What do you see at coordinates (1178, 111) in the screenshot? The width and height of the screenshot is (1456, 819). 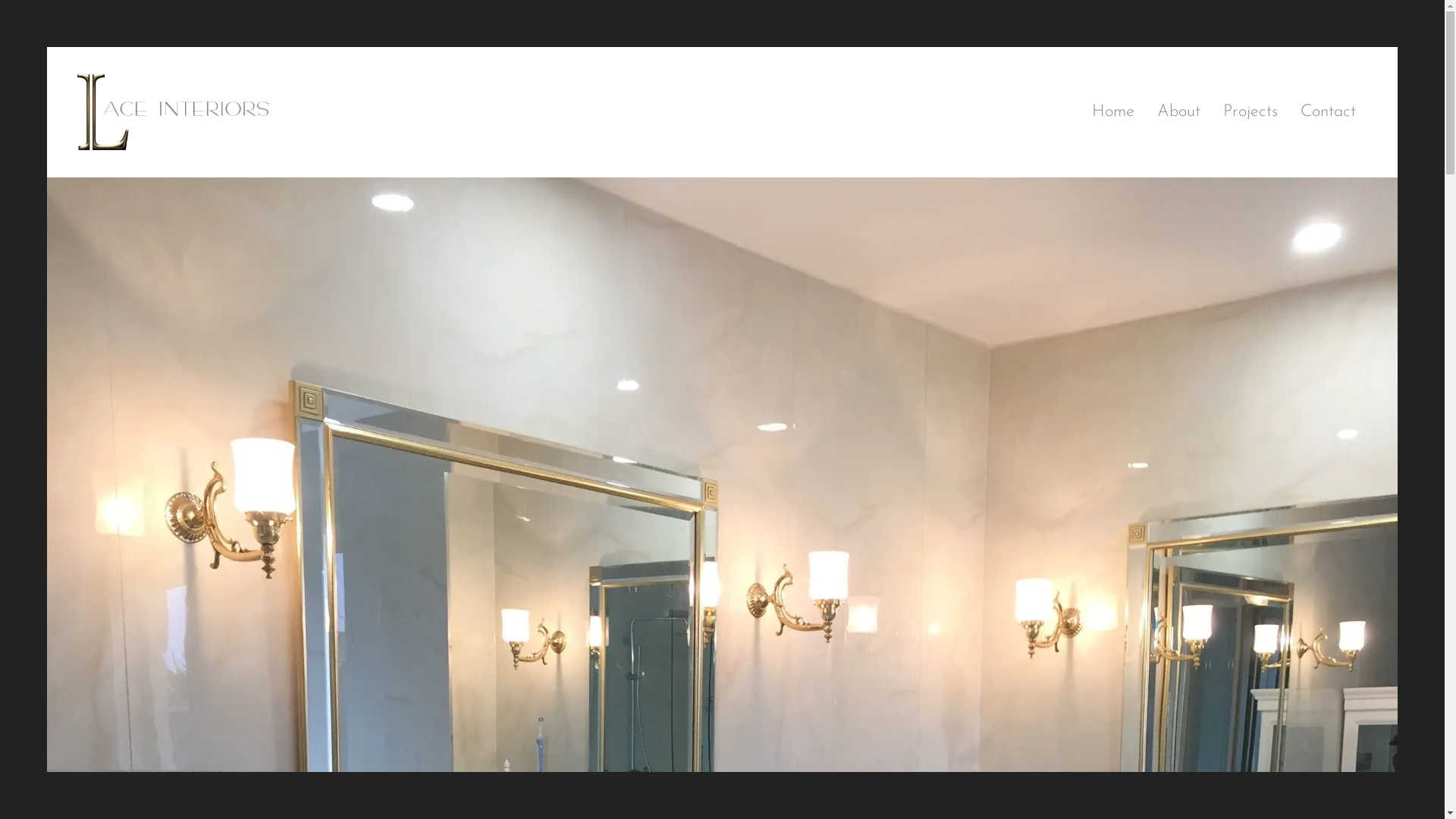 I see `'About'` at bounding box center [1178, 111].